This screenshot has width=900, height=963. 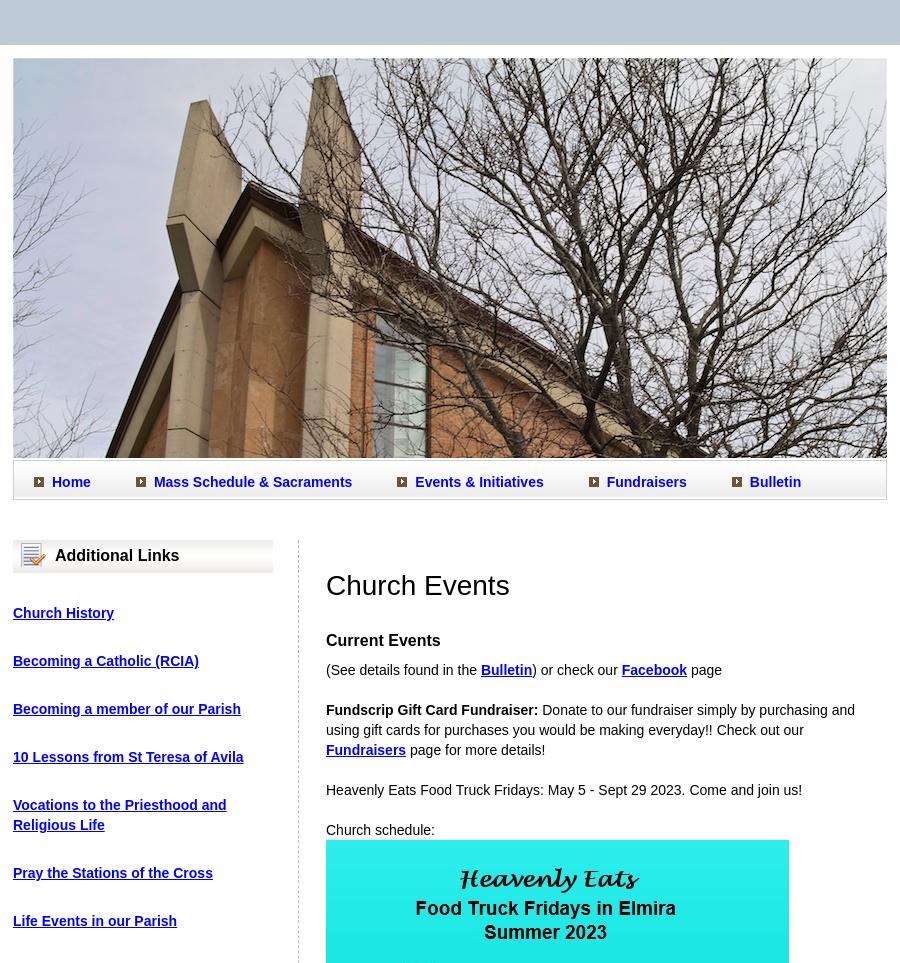 I want to click on 'Church History', so click(x=62, y=612).